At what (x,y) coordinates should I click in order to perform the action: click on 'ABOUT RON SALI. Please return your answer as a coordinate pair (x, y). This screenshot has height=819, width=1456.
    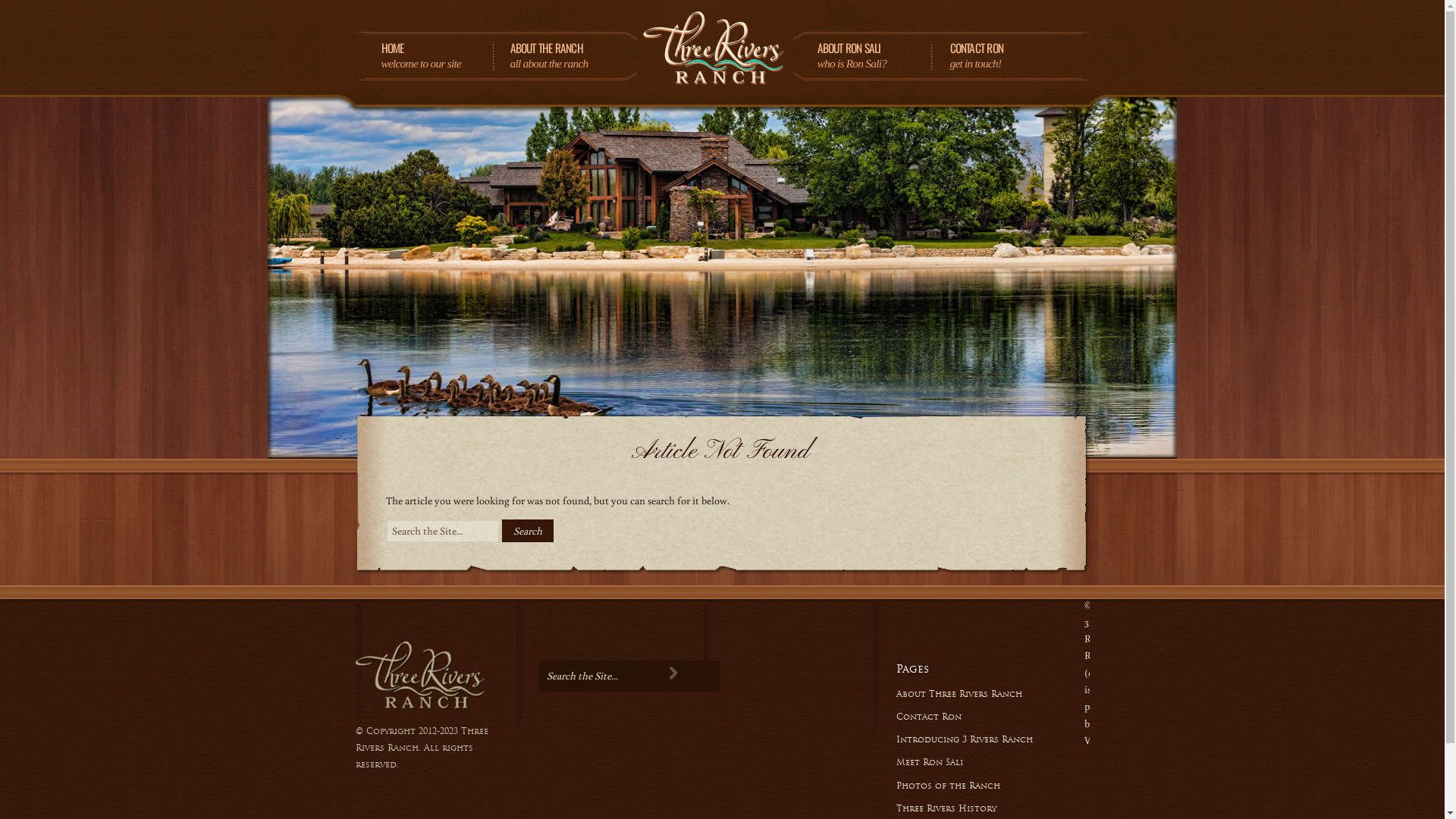
    Looking at the image, I should click on (868, 55).